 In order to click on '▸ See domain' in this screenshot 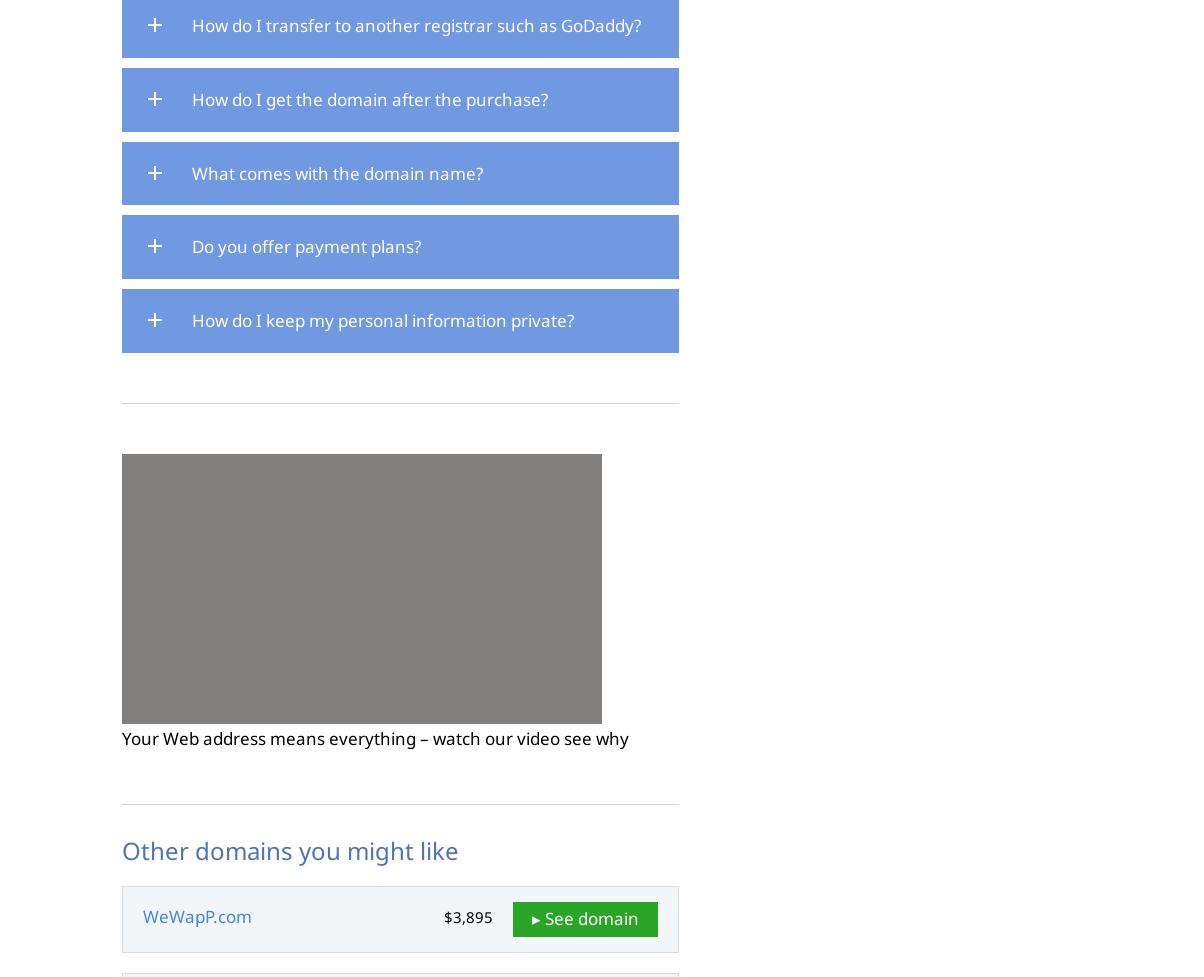, I will do `click(585, 917)`.